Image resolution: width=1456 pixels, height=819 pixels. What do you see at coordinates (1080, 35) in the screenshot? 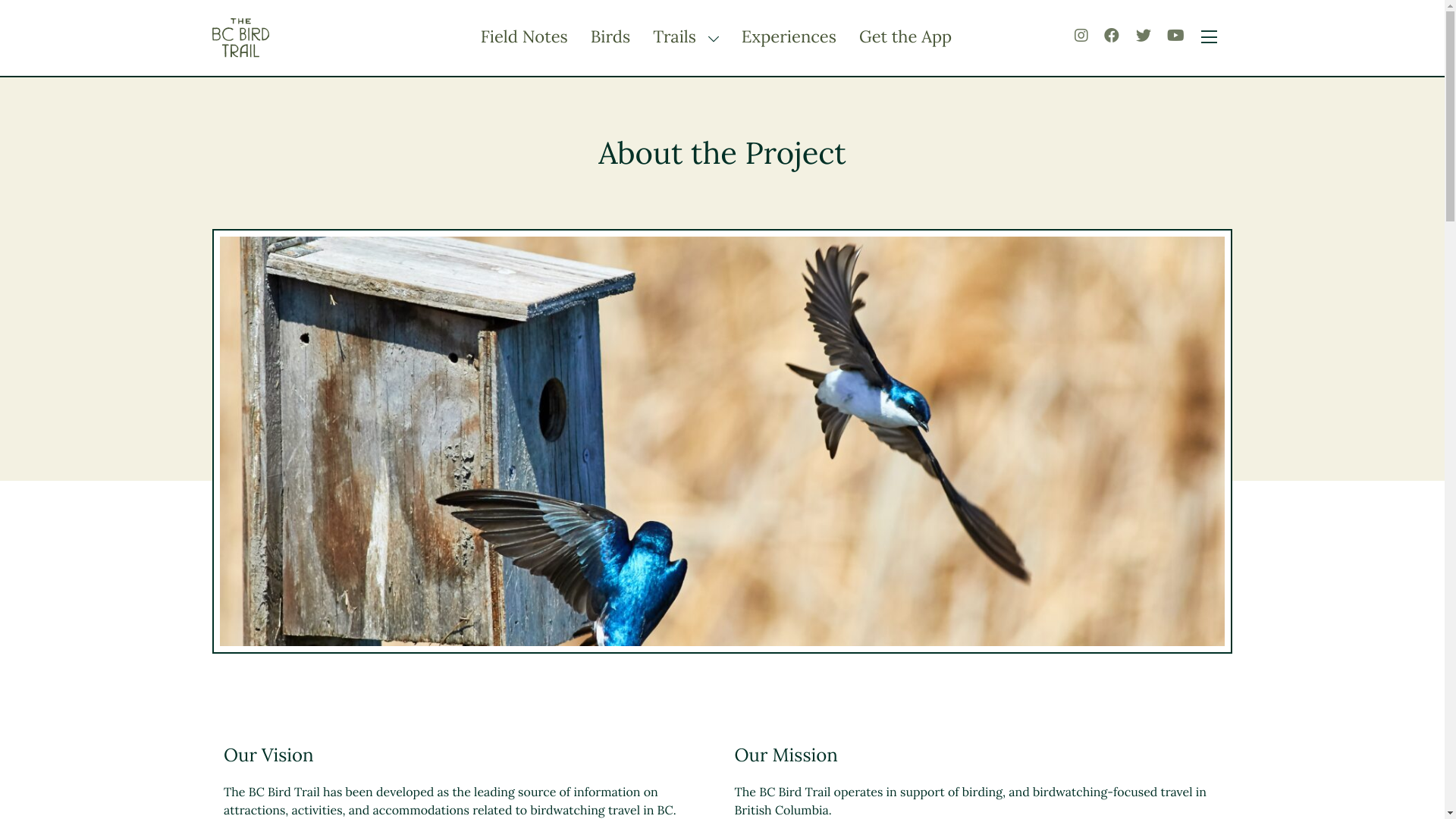
I see `'BC Bird Trail Instagram Account'` at bounding box center [1080, 35].